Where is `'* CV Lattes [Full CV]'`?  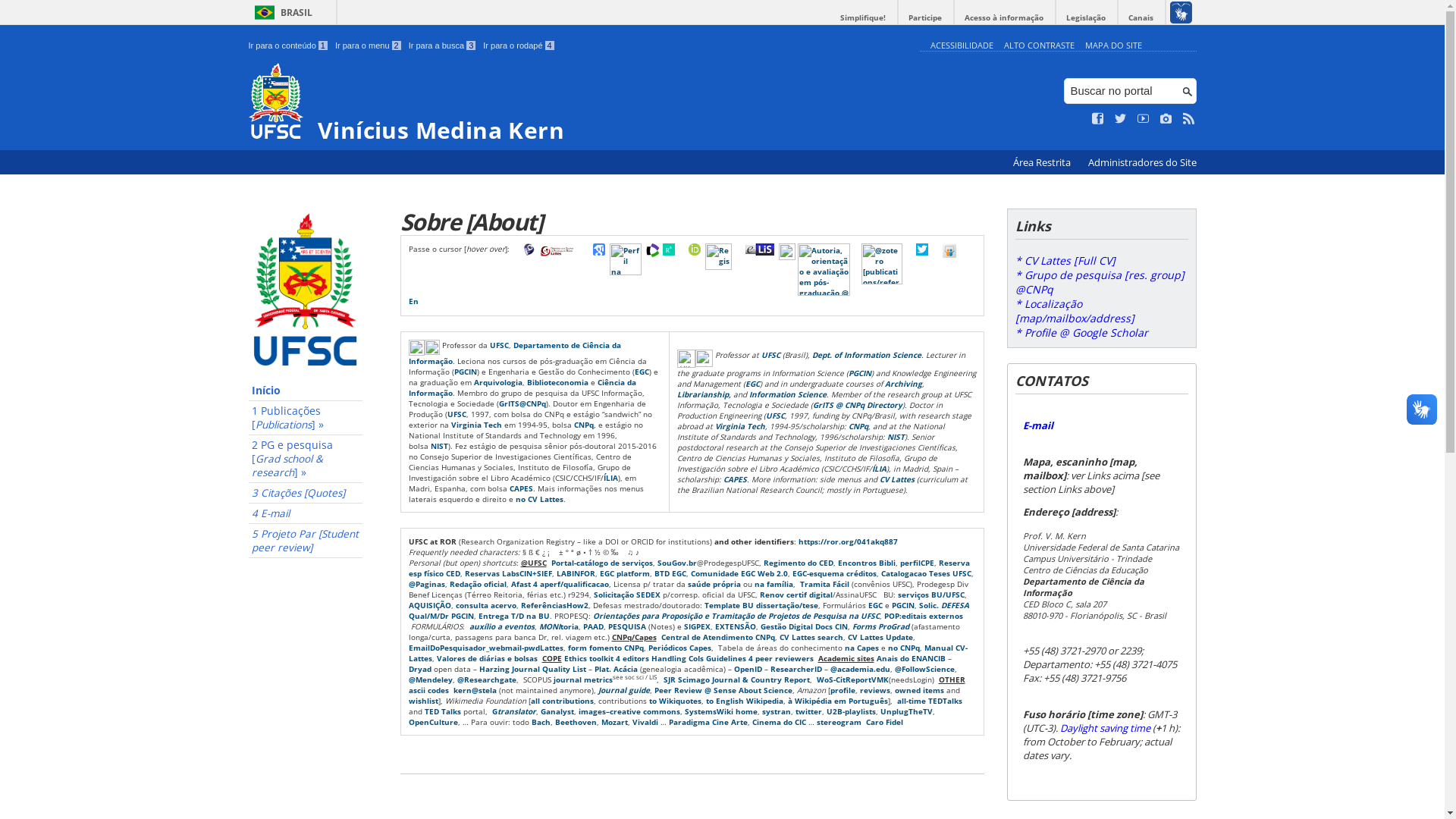 '* CV Lattes [Full CV]' is located at coordinates (1015, 259).